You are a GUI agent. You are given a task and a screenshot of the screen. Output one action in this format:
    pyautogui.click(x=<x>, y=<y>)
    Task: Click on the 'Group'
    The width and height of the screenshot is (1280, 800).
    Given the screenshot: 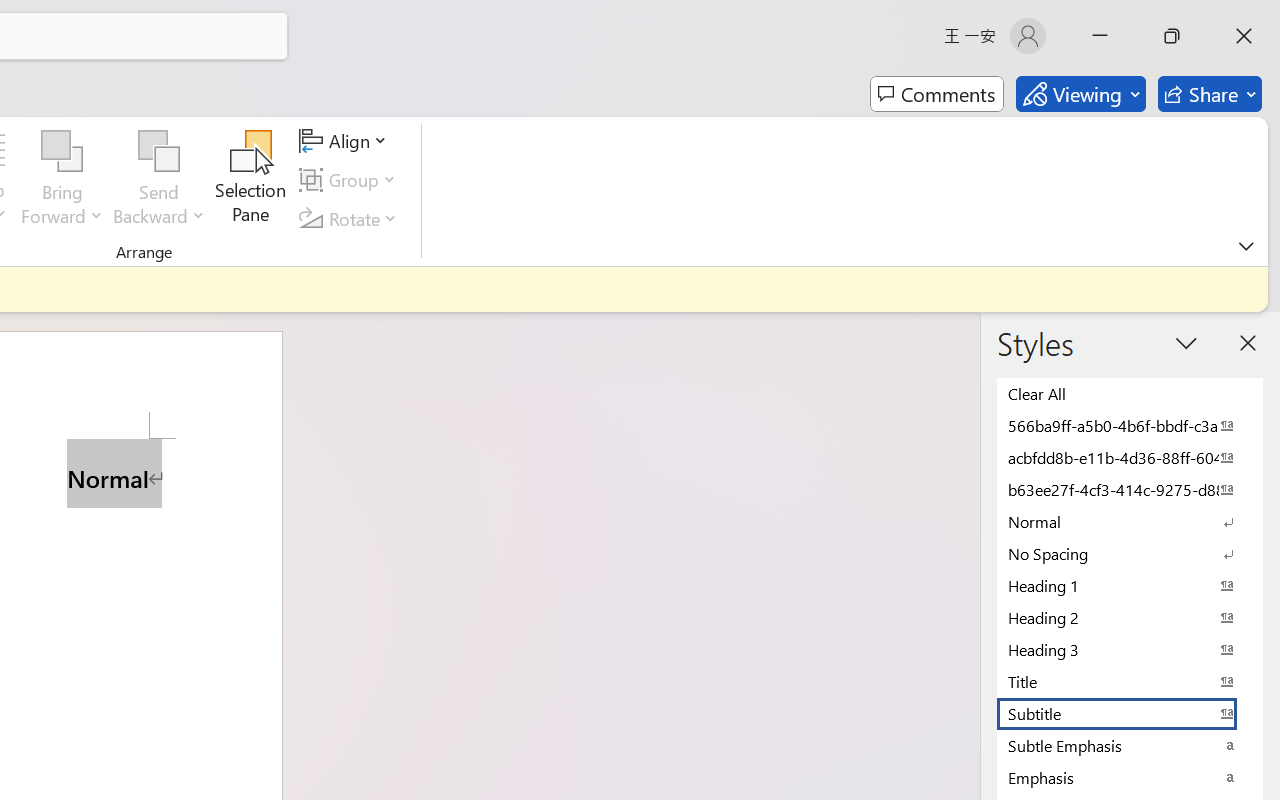 What is the action you would take?
    pyautogui.click(x=351, y=179)
    